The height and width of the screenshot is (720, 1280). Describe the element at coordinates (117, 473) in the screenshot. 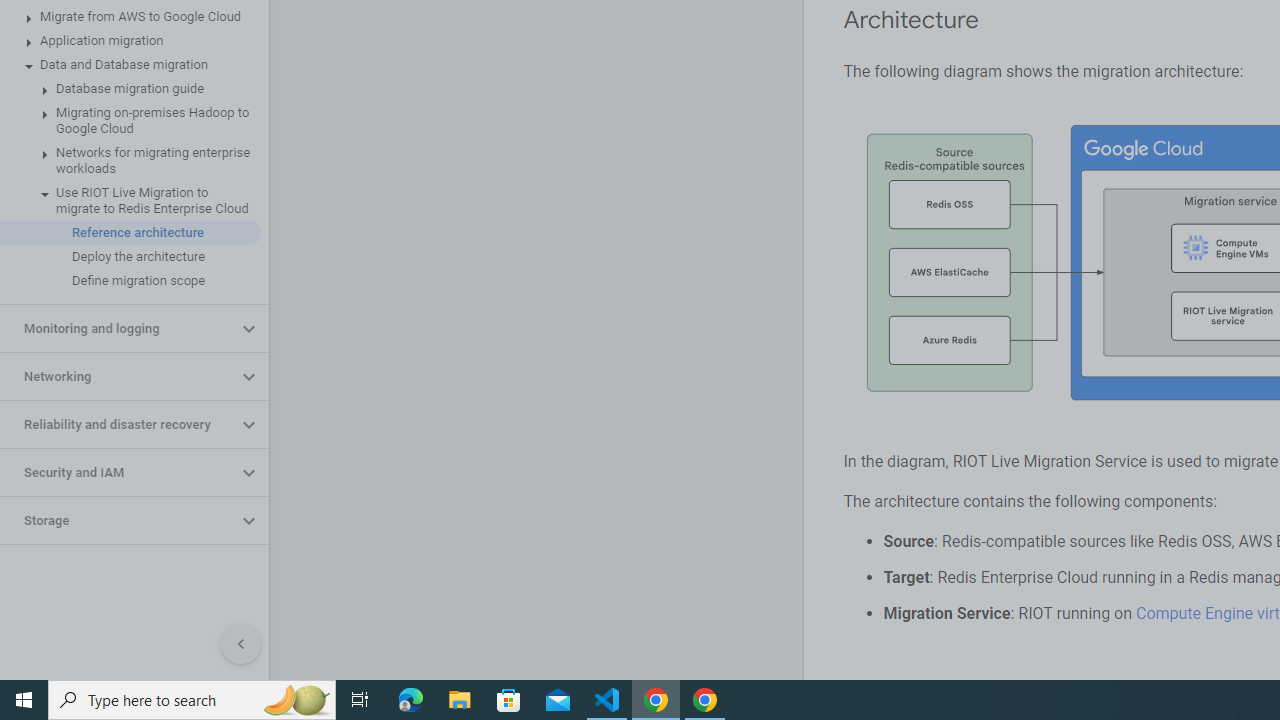

I see `'Security and IAM'` at that location.